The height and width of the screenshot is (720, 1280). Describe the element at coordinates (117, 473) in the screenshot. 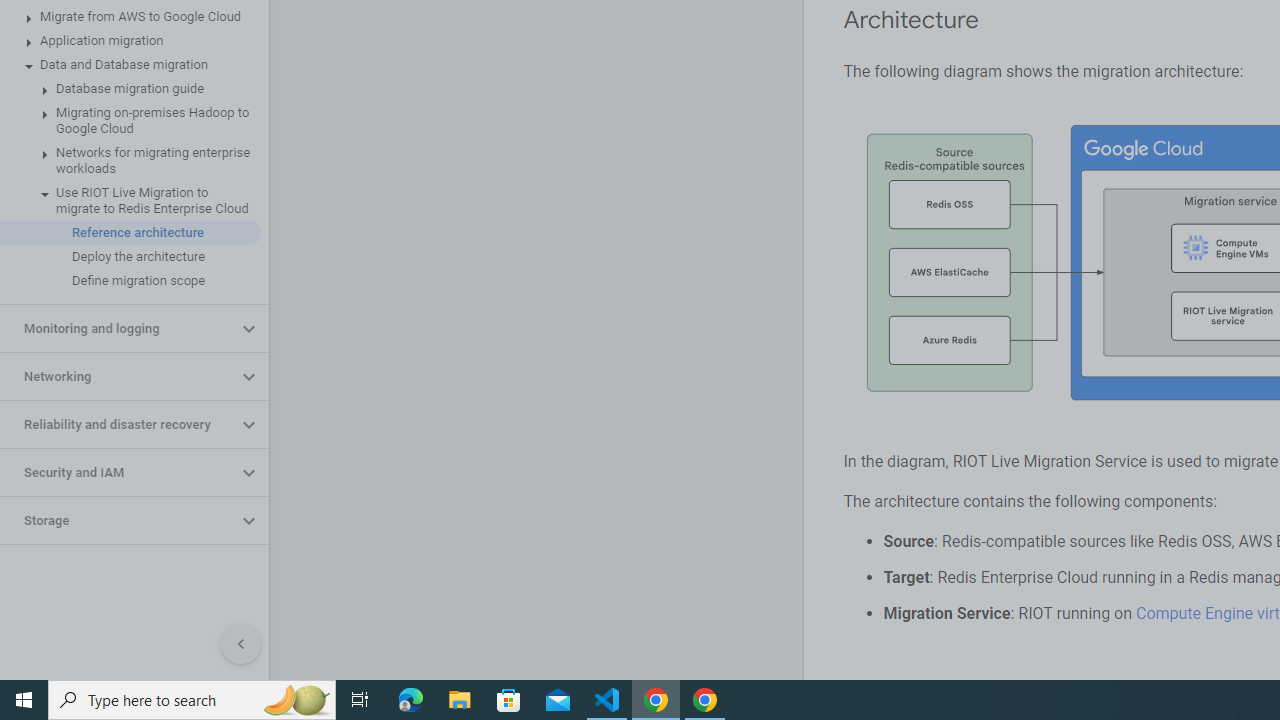

I see `'Security and IAM'` at that location.